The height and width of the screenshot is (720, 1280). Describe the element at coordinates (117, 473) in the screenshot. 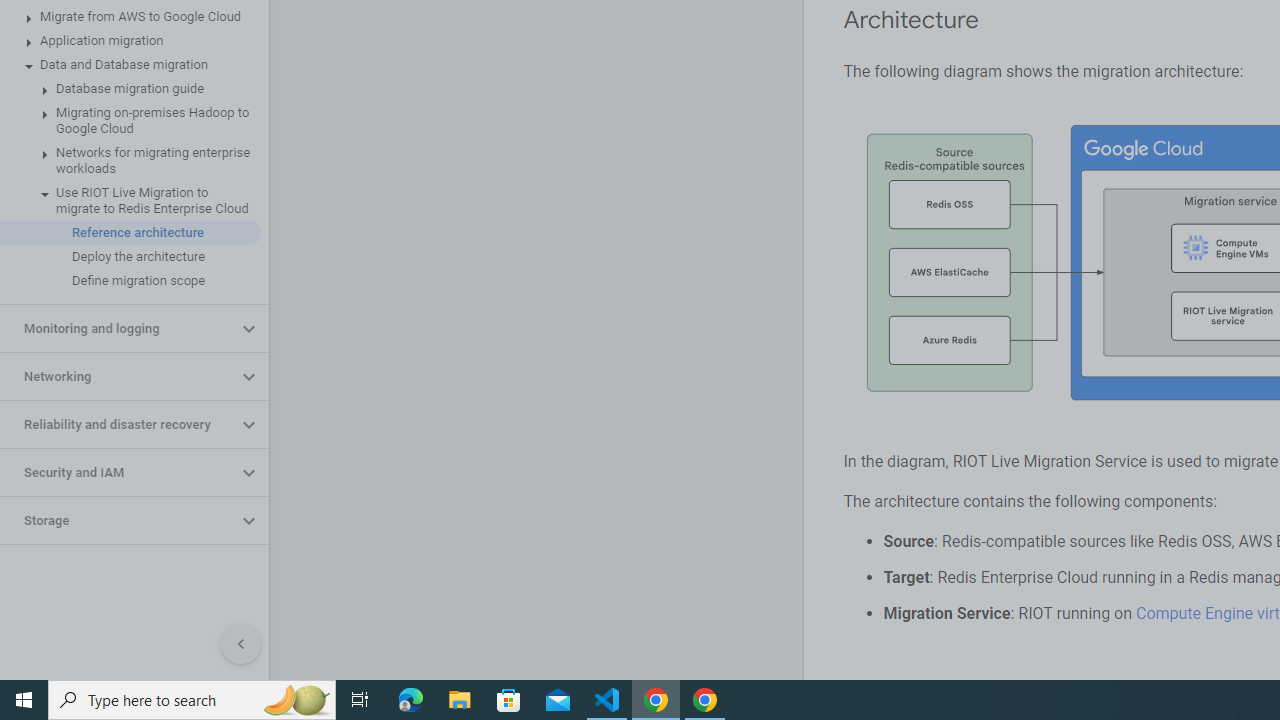

I see `'Security and IAM'` at that location.